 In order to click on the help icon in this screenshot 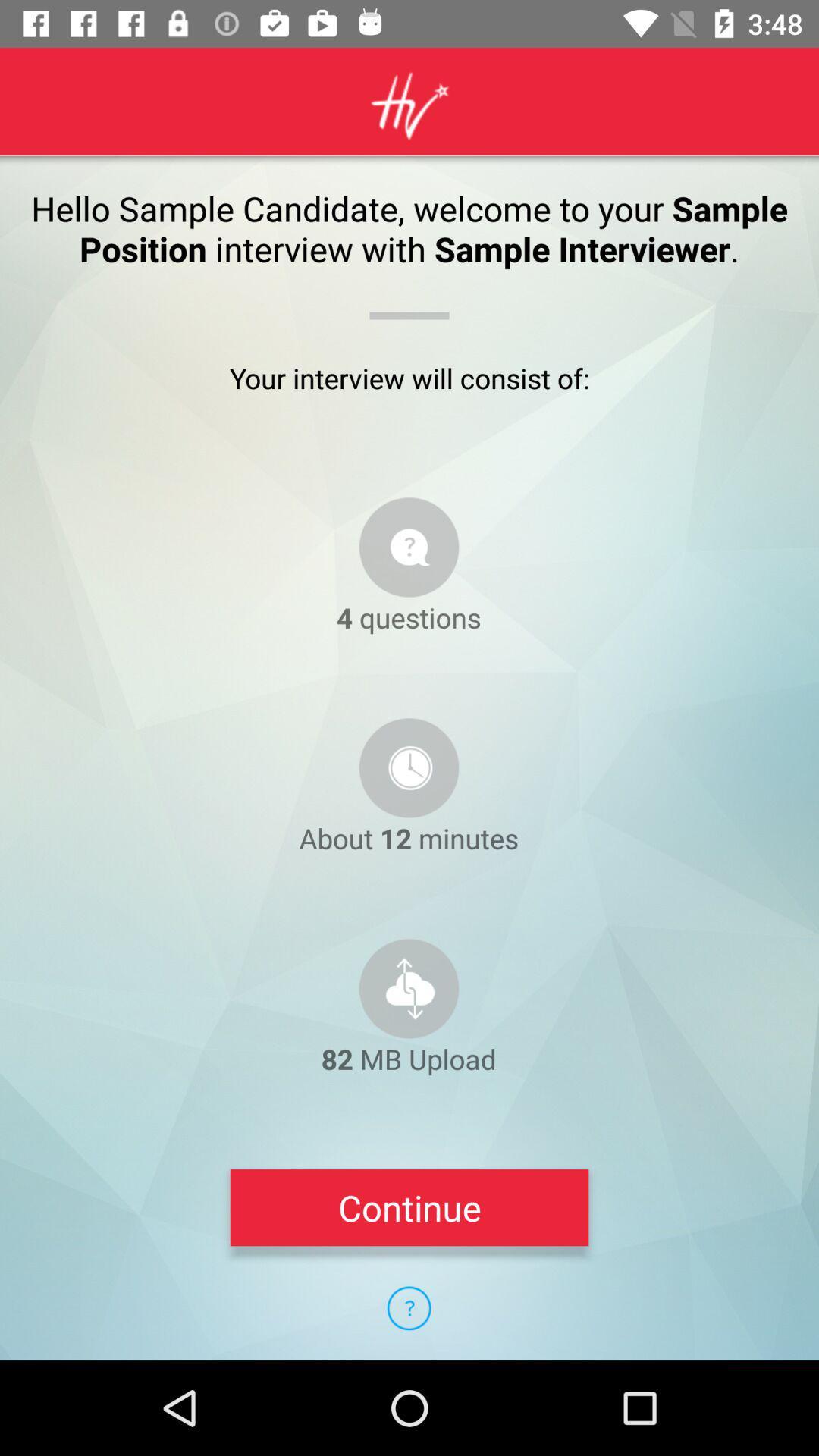, I will do `click(408, 1307)`.